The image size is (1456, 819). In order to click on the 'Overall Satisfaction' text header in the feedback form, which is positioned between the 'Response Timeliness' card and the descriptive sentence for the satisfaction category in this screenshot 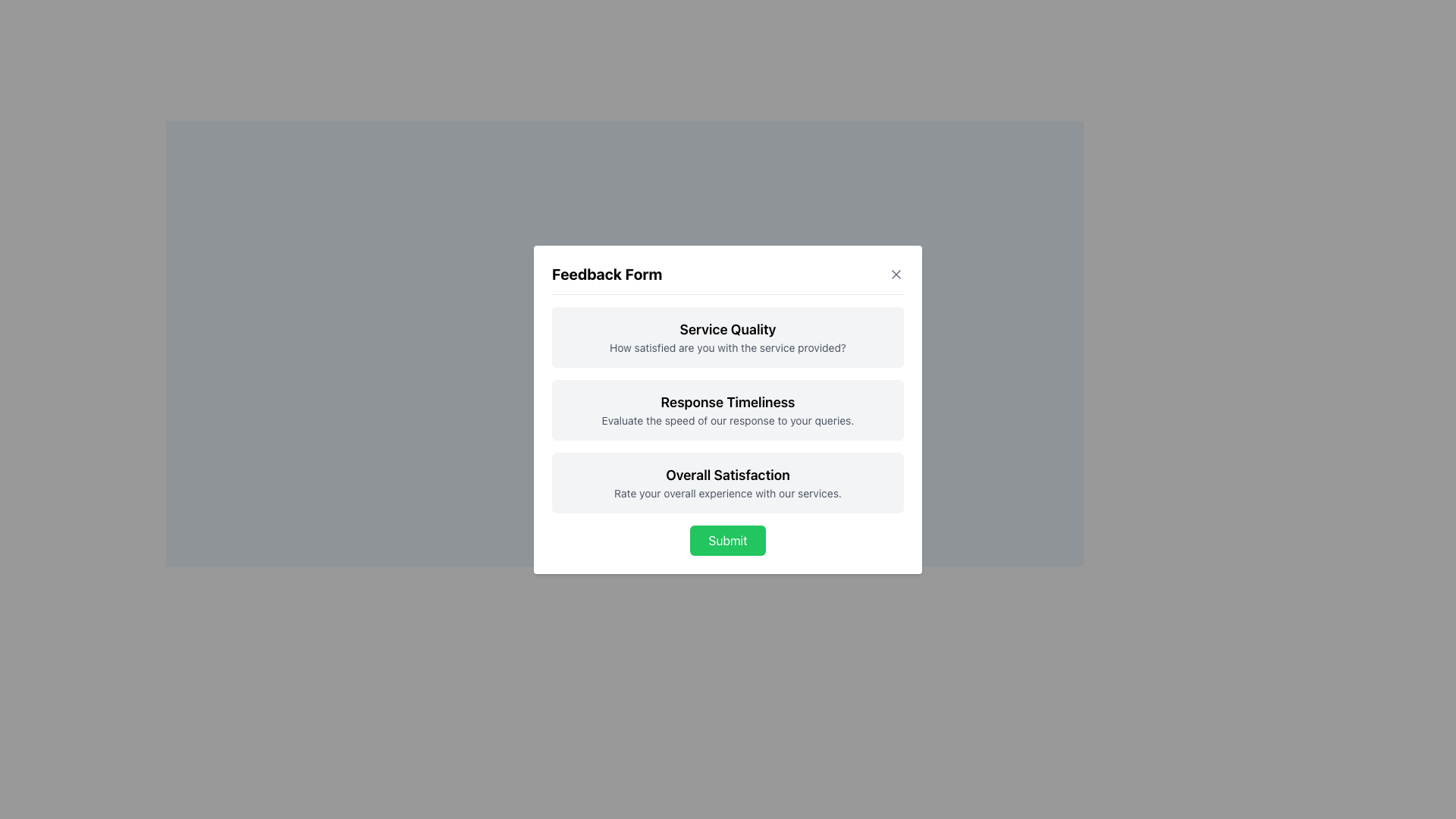, I will do `click(728, 473)`.